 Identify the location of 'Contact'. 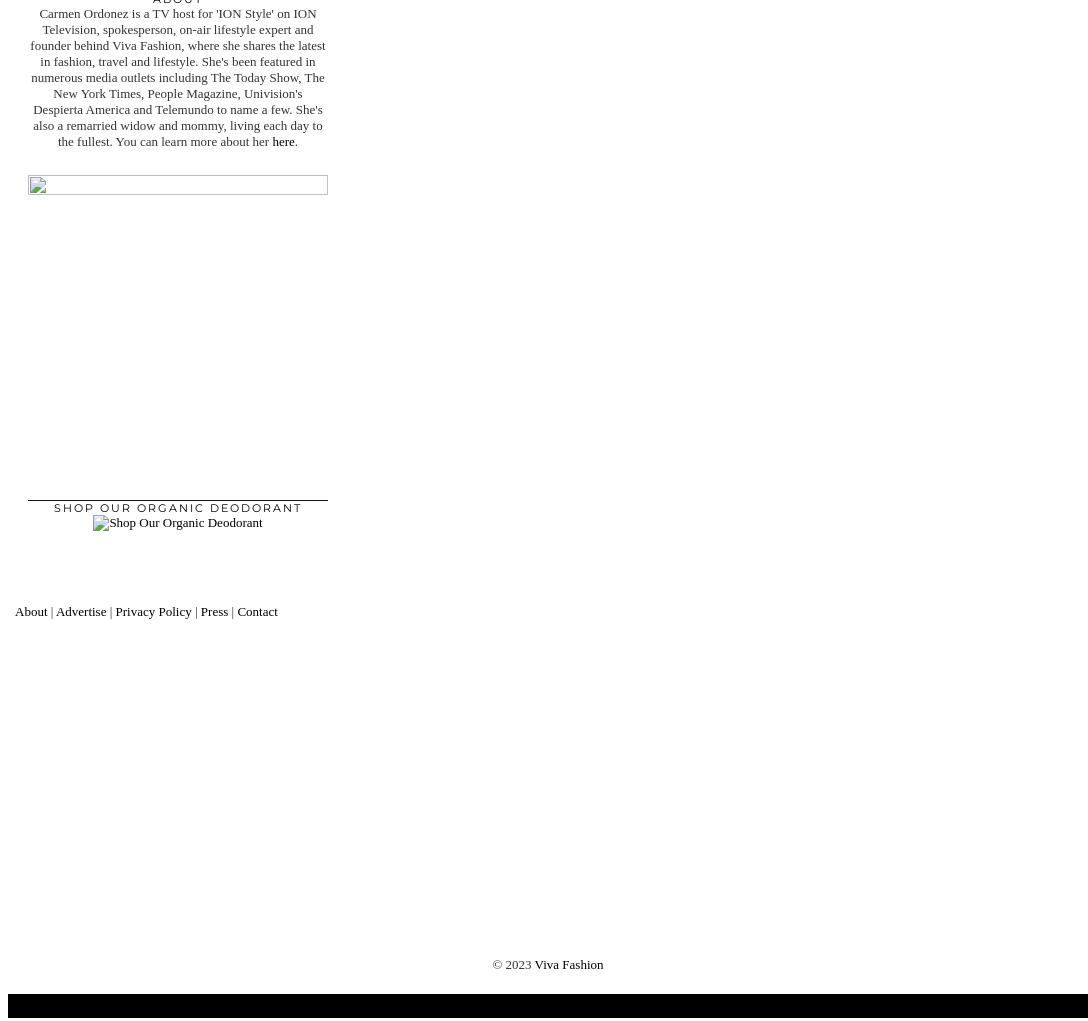
(255, 610).